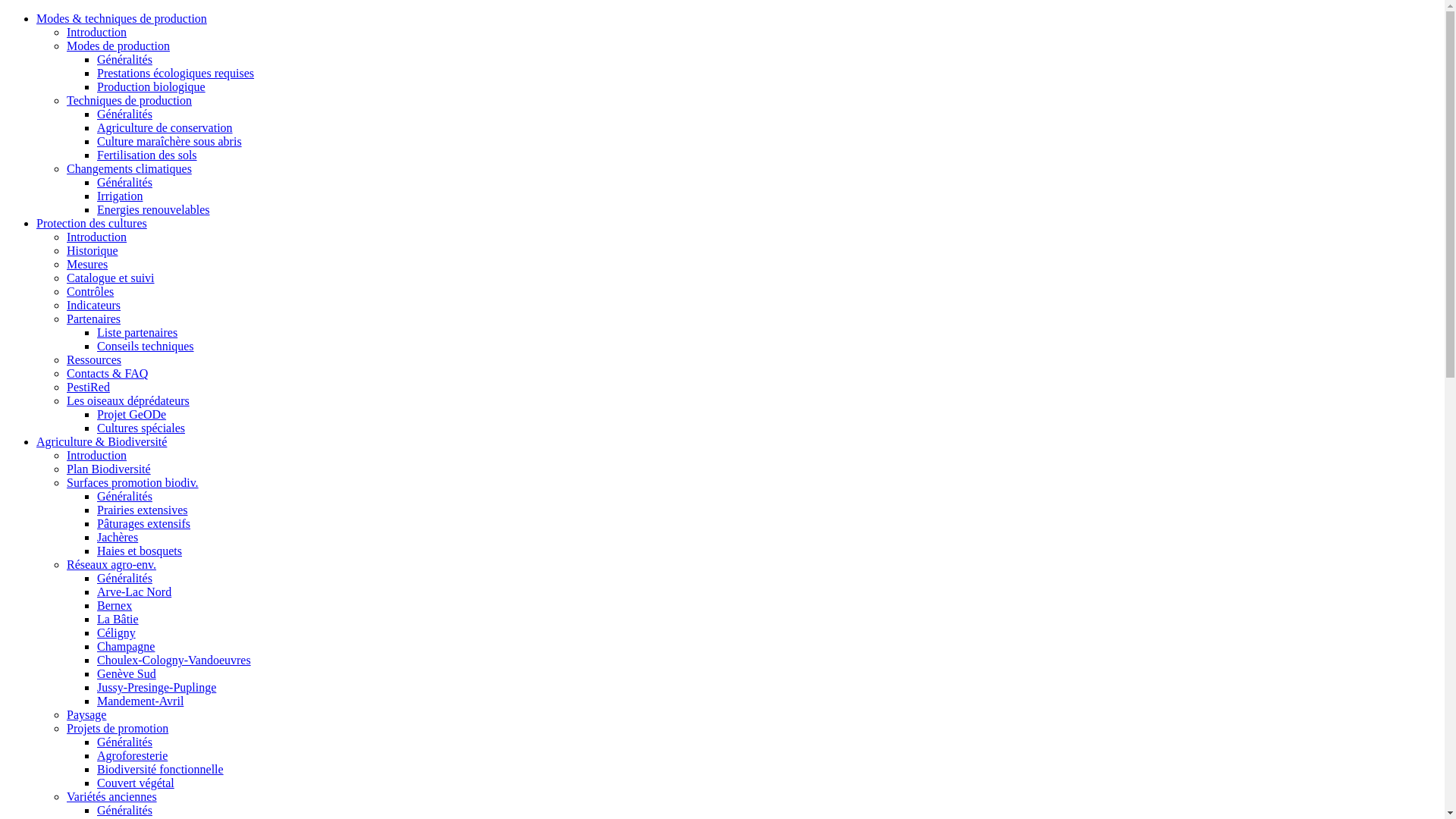 This screenshot has width=1456, height=819. Describe the element at coordinates (129, 168) in the screenshot. I see `'Changements climatiques'` at that location.